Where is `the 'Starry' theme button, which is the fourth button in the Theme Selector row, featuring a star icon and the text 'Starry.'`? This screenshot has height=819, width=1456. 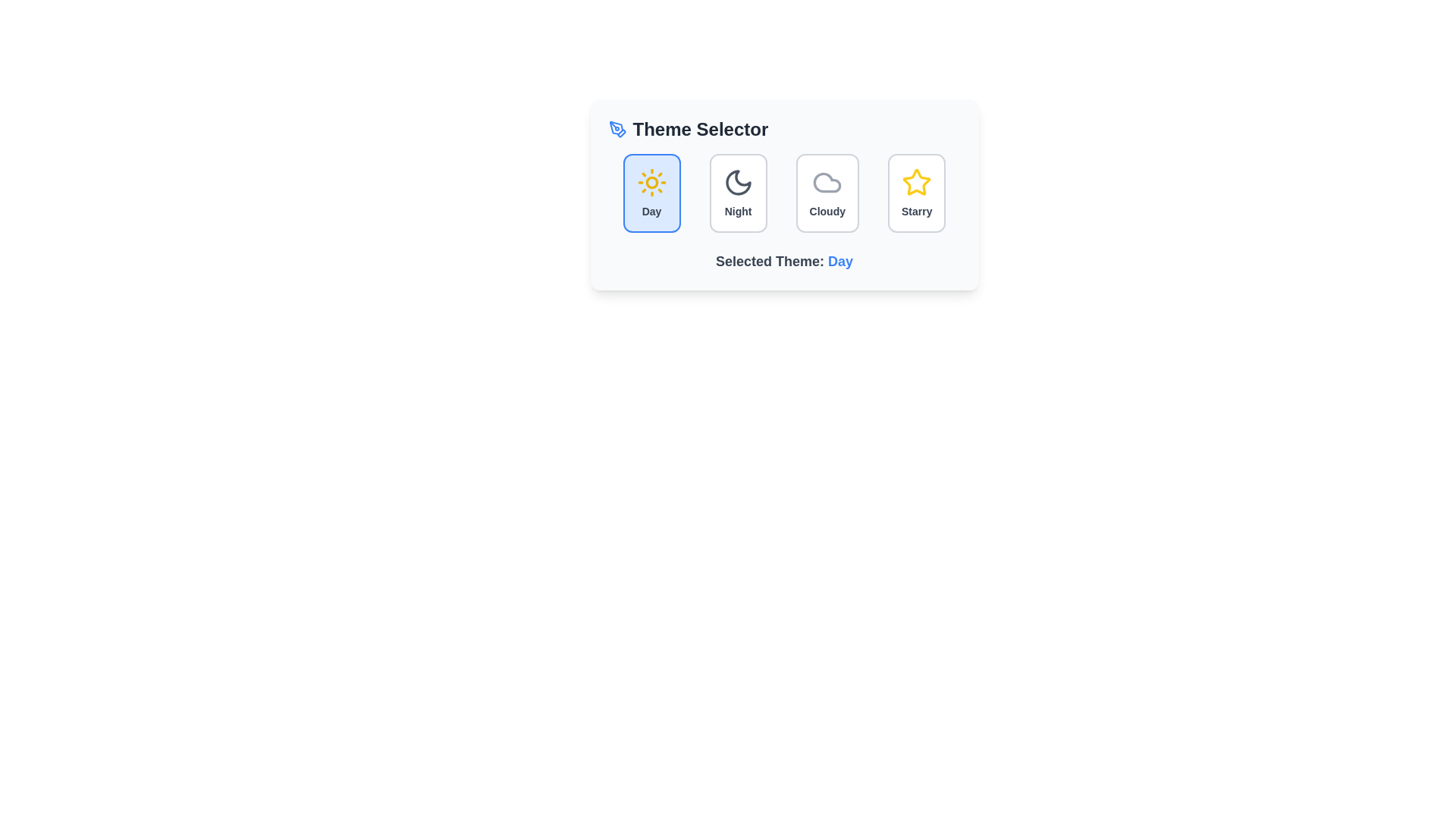 the 'Starry' theme button, which is the fourth button in the Theme Selector row, featuring a star icon and the text 'Starry.' is located at coordinates (916, 192).